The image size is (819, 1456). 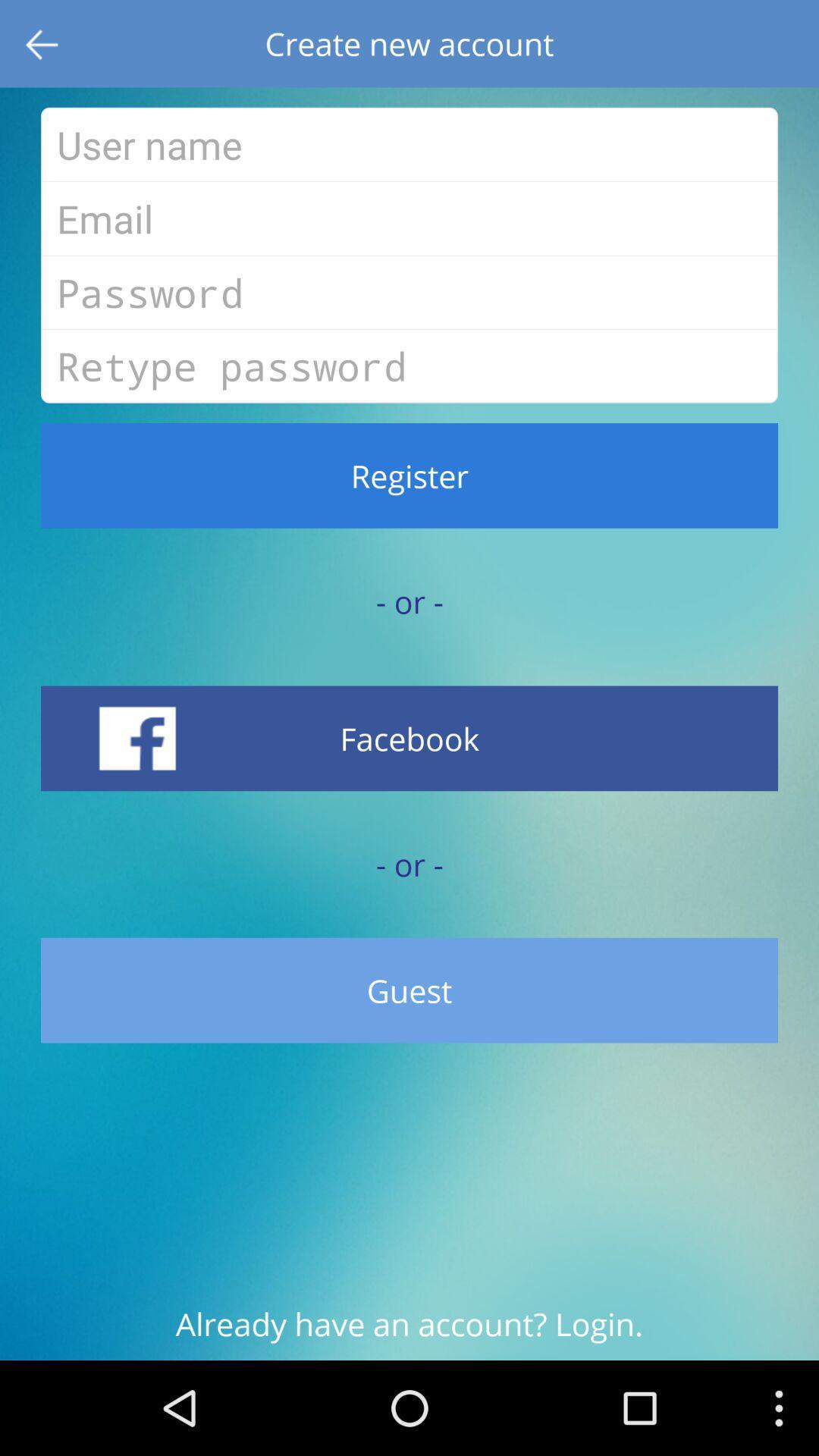 I want to click on your password, so click(x=409, y=292).